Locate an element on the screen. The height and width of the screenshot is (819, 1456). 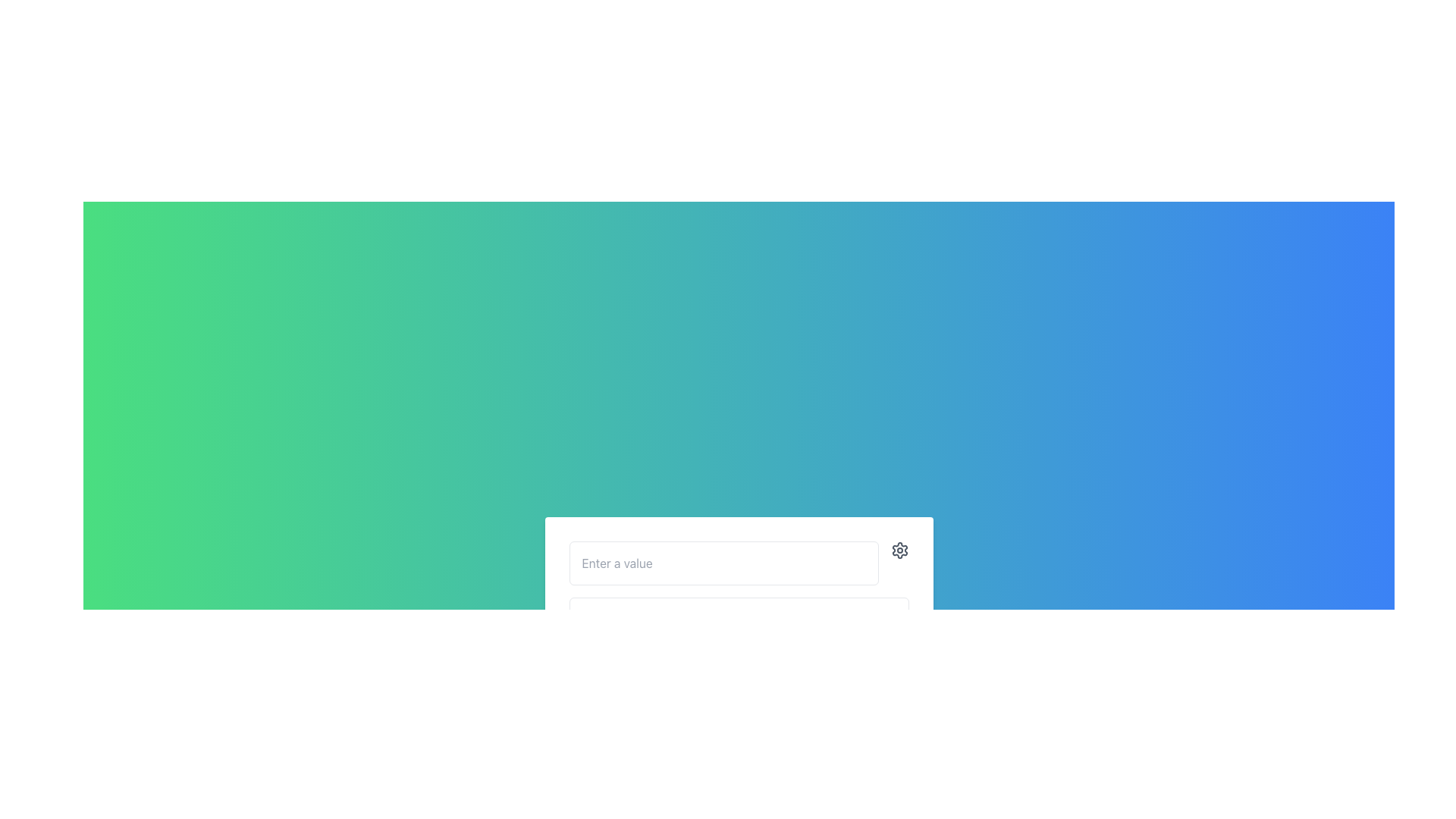
the gear-shaped icon, which is styled in gray and represents the settings function is located at coordinates (899, 550).